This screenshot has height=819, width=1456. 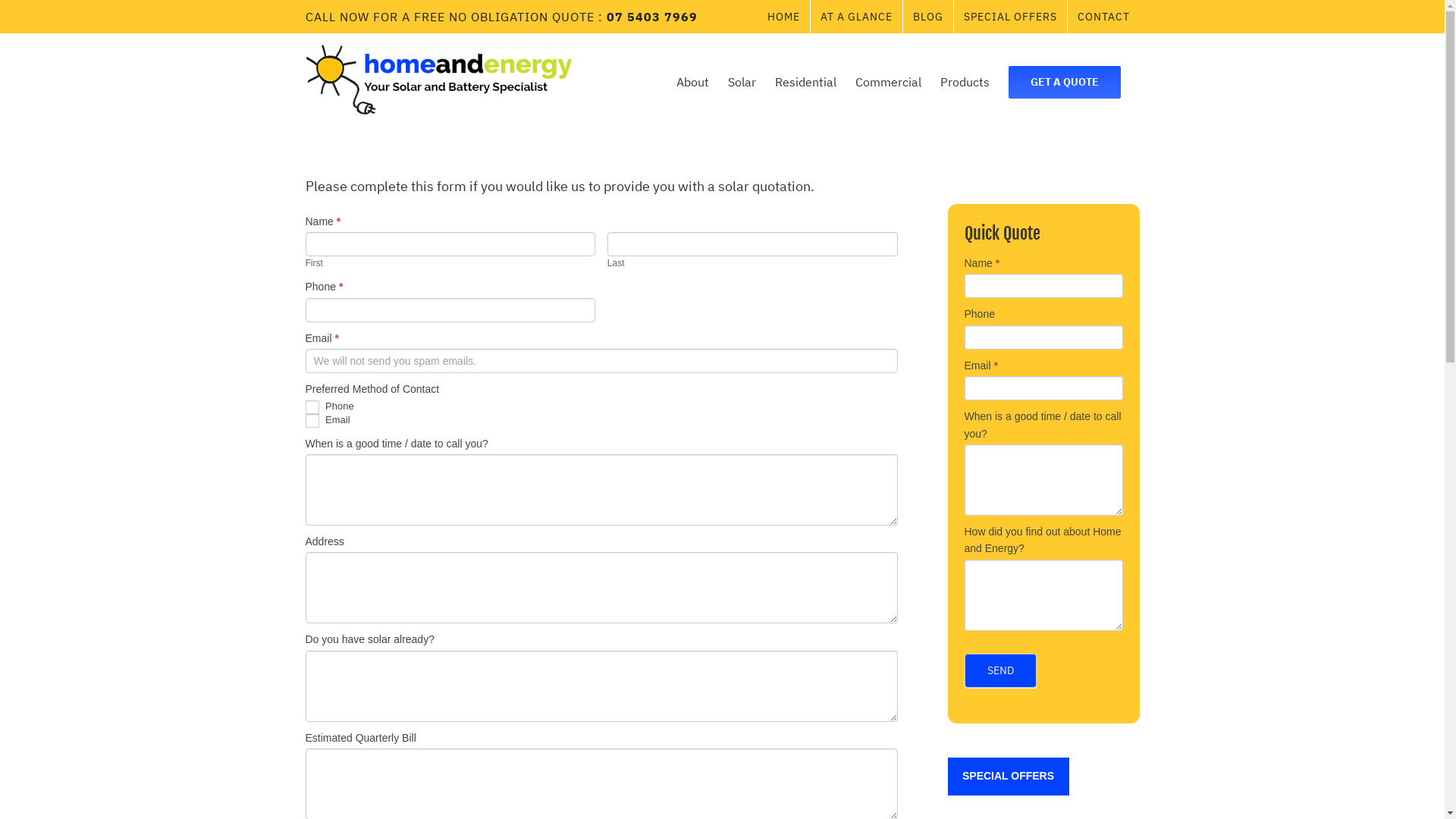 I want to click on 'CONTACT', so click(x=1103, y=17).